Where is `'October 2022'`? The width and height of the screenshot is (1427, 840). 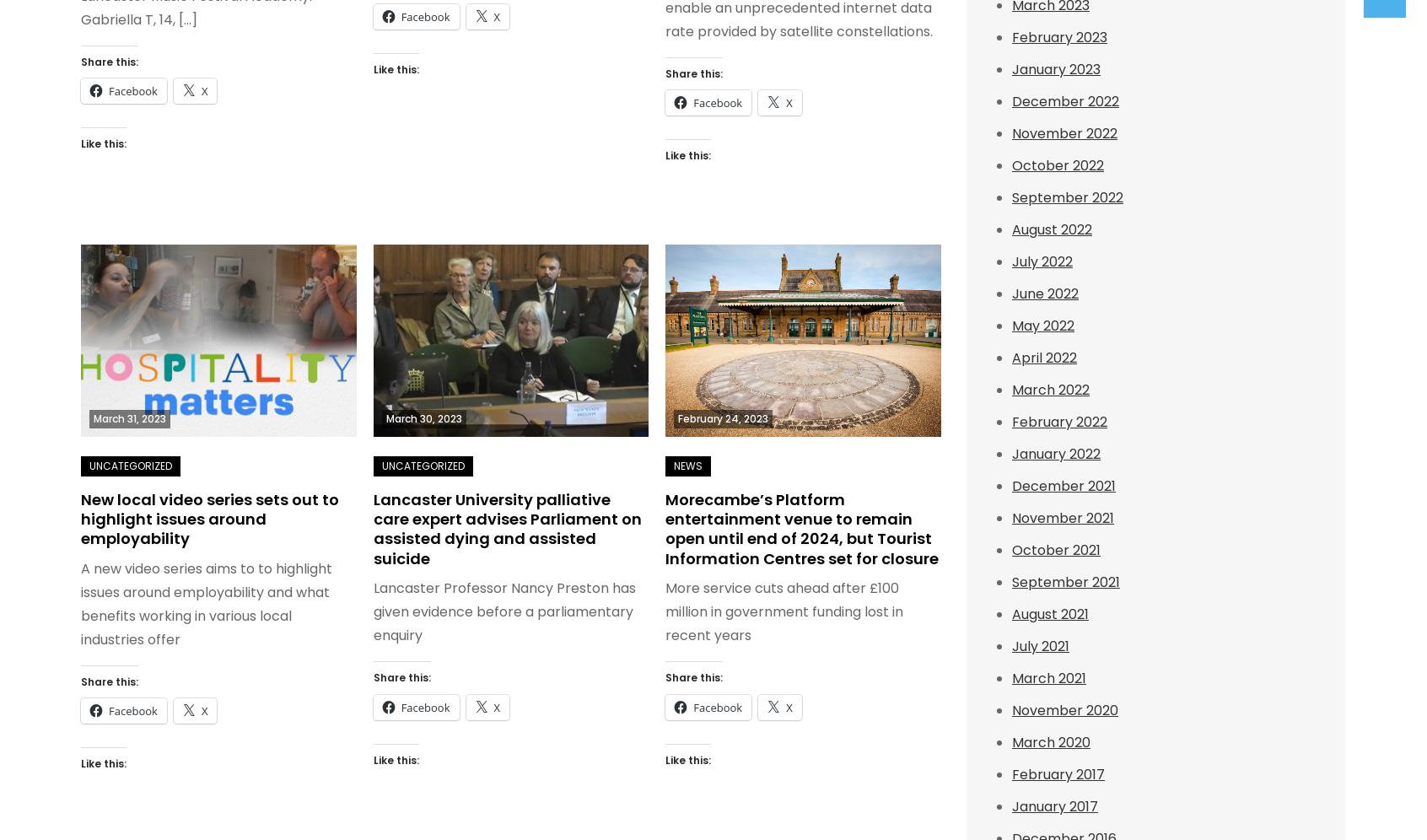
'October 2022' is located at coordinates (1058, 165).